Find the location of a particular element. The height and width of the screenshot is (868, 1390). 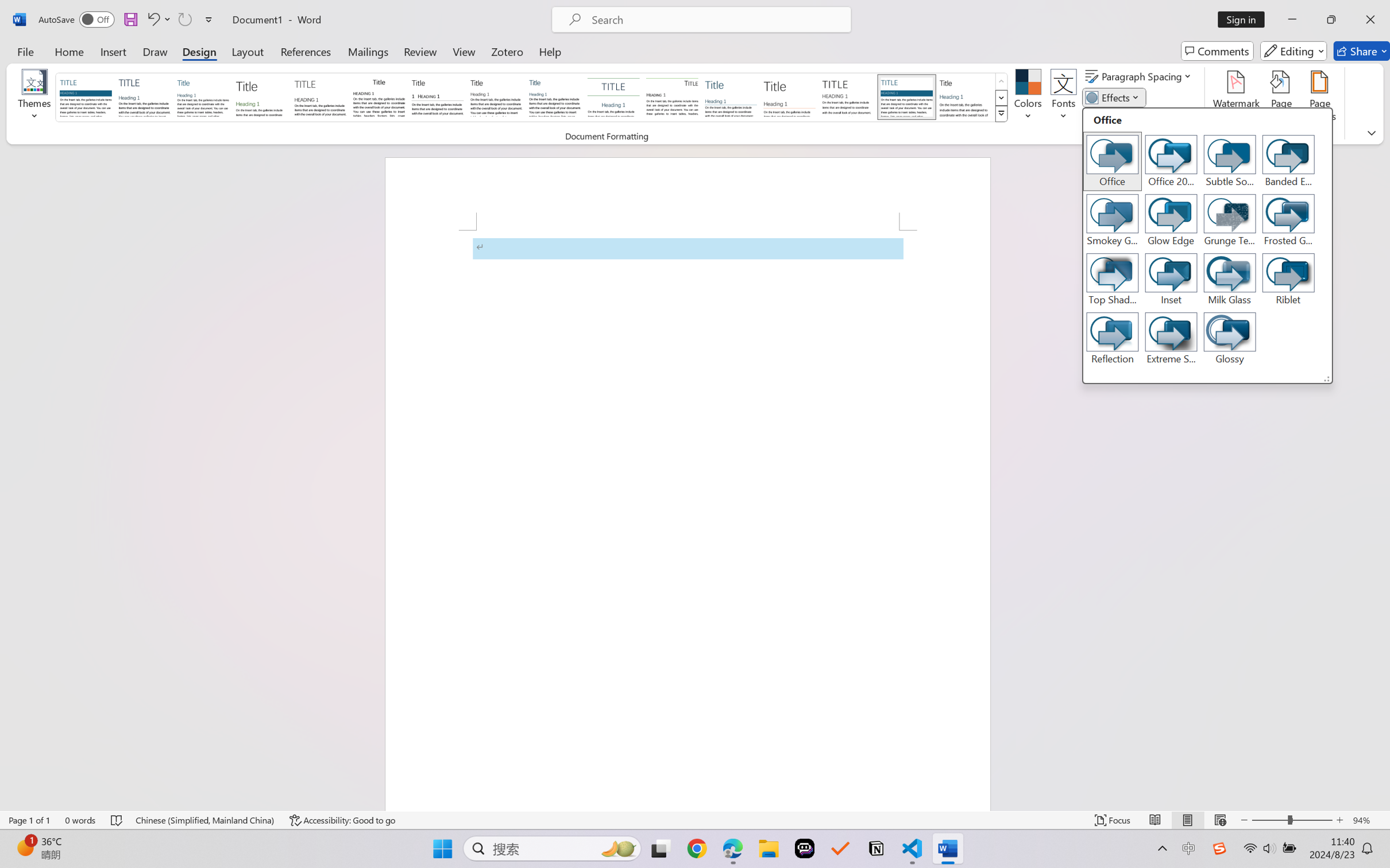

'AutomationID: QuickStylesSets' is located at coordinates (531, 98).